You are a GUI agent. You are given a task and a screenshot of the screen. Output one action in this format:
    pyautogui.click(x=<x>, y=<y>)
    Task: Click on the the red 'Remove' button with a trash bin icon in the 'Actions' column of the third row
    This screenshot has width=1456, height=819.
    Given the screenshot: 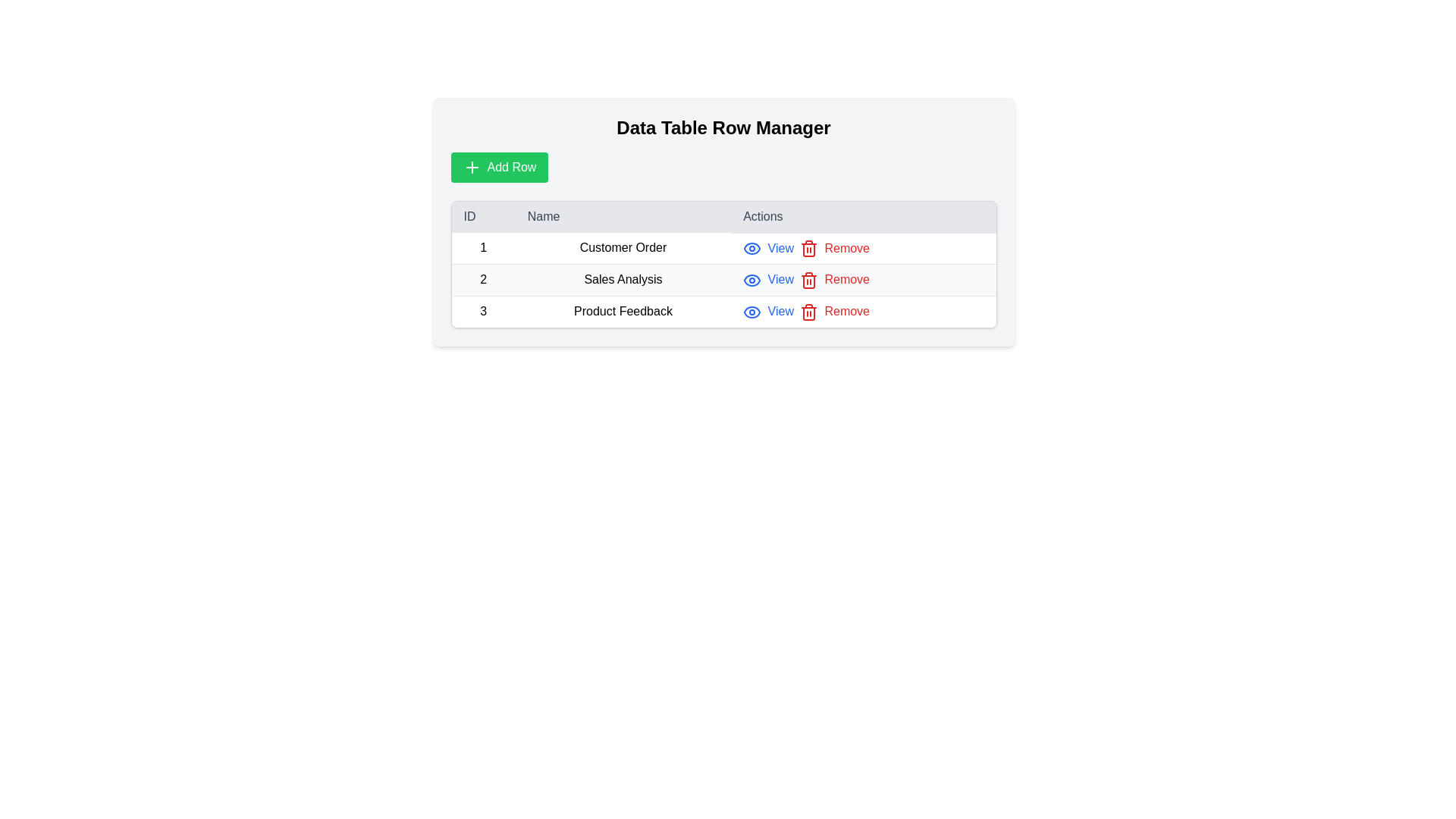 What is the action you would take?
    pyautogui.click(x=833, y=311)
    